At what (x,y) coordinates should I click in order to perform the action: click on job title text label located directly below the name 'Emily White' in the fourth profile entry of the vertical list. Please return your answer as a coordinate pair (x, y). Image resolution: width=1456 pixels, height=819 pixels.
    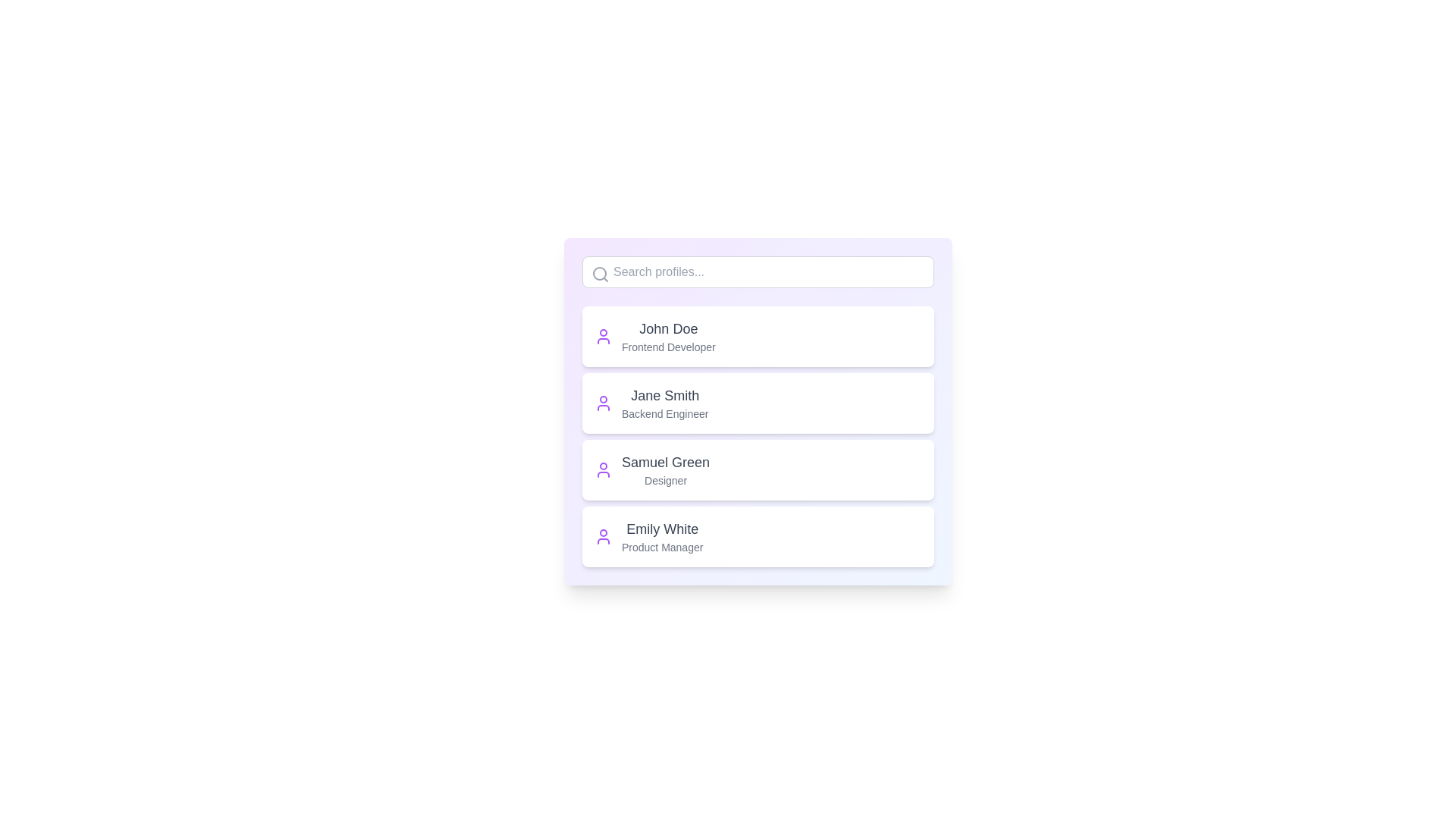
    Looking at the image, I should click on (662, 547).